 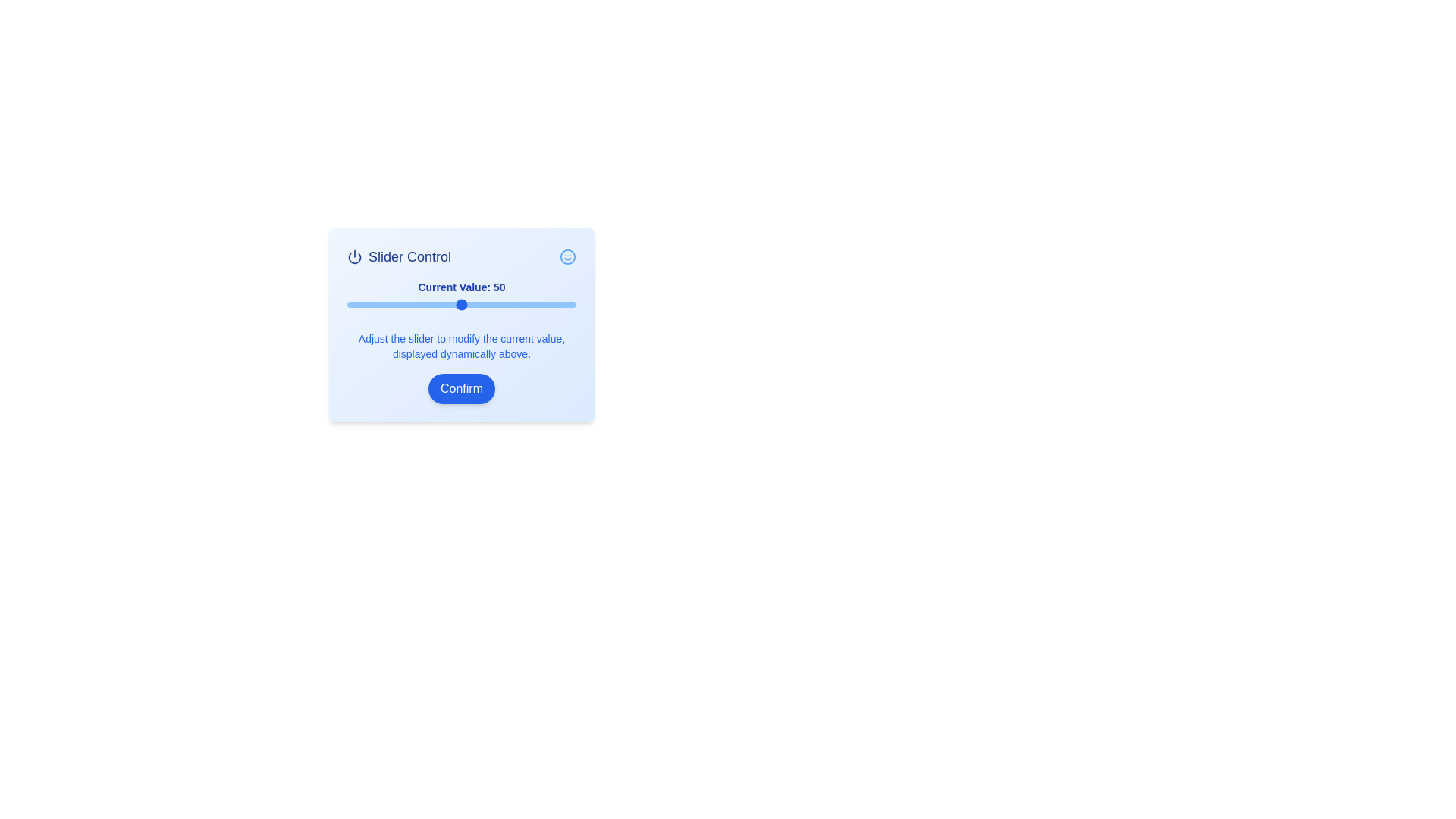 What do you see at coordinates (548, 304) in the screenshot?
I see `the slider value` at bounding box center [548, 304].